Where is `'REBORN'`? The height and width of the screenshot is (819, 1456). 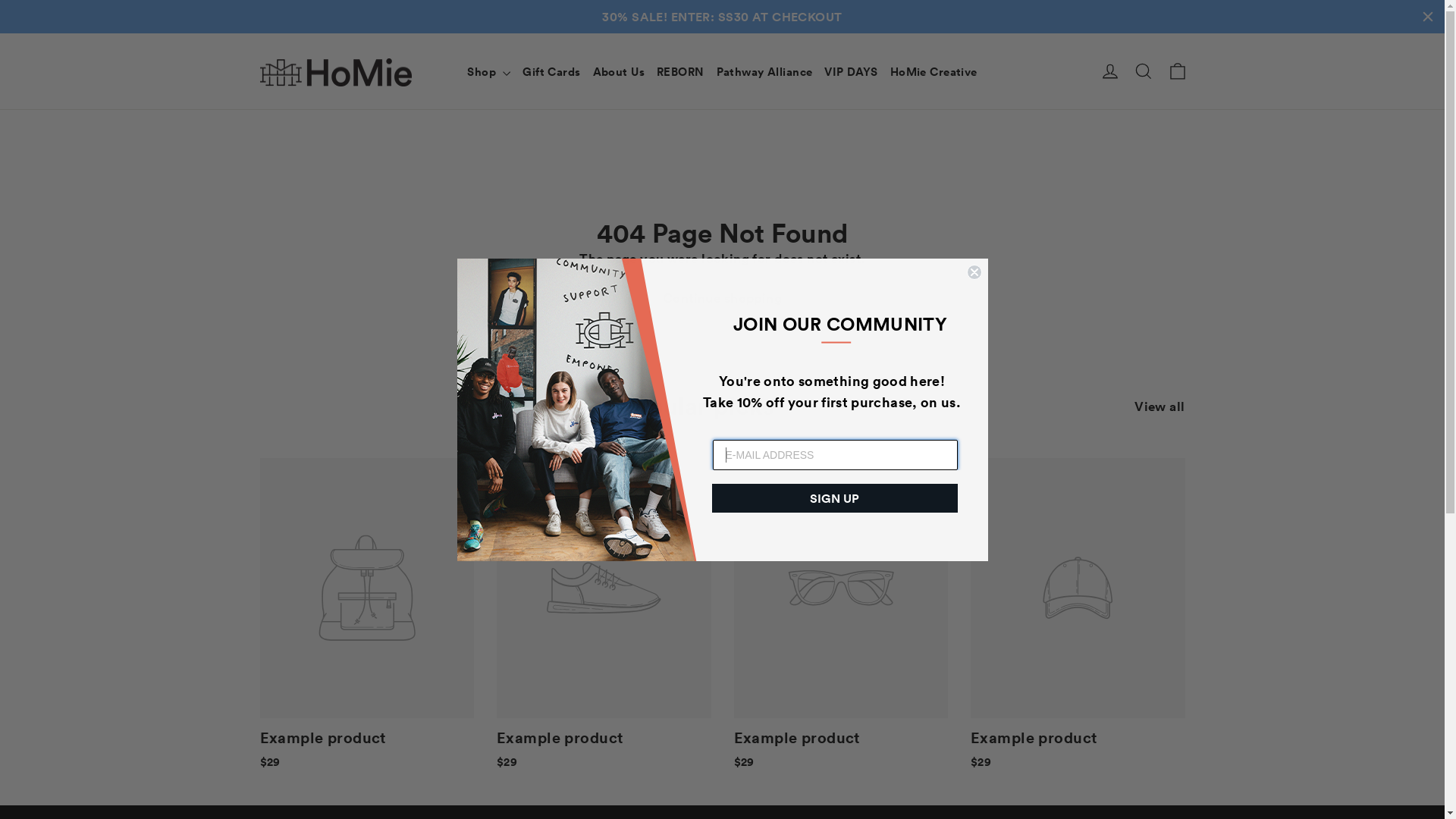 'REBORN' is located at coordinates (679, 37).